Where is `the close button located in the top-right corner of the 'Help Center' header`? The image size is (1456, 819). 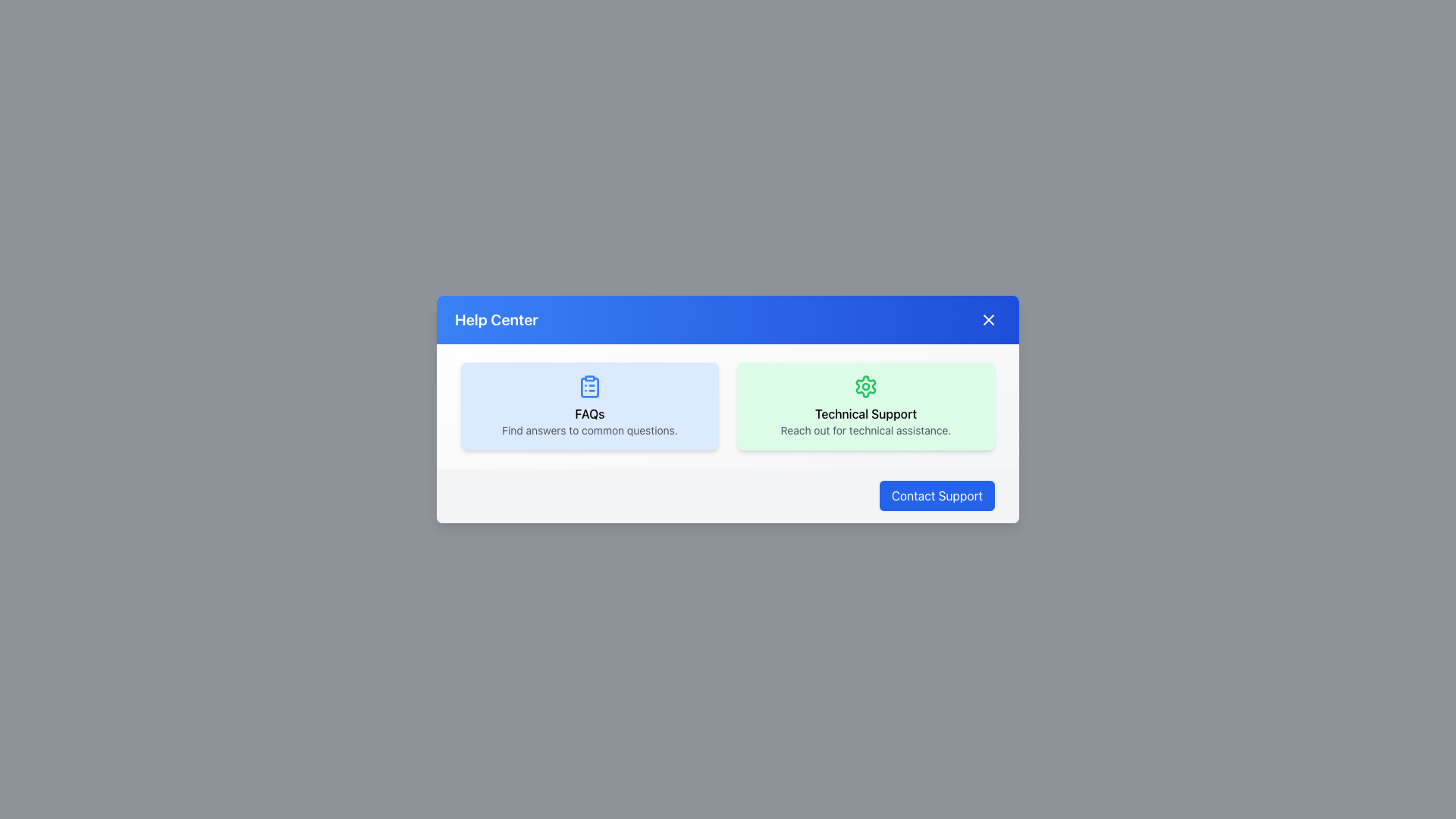 the close button located in the top-right corner of the 'Help Center' header is located at coordinates (989, 318).